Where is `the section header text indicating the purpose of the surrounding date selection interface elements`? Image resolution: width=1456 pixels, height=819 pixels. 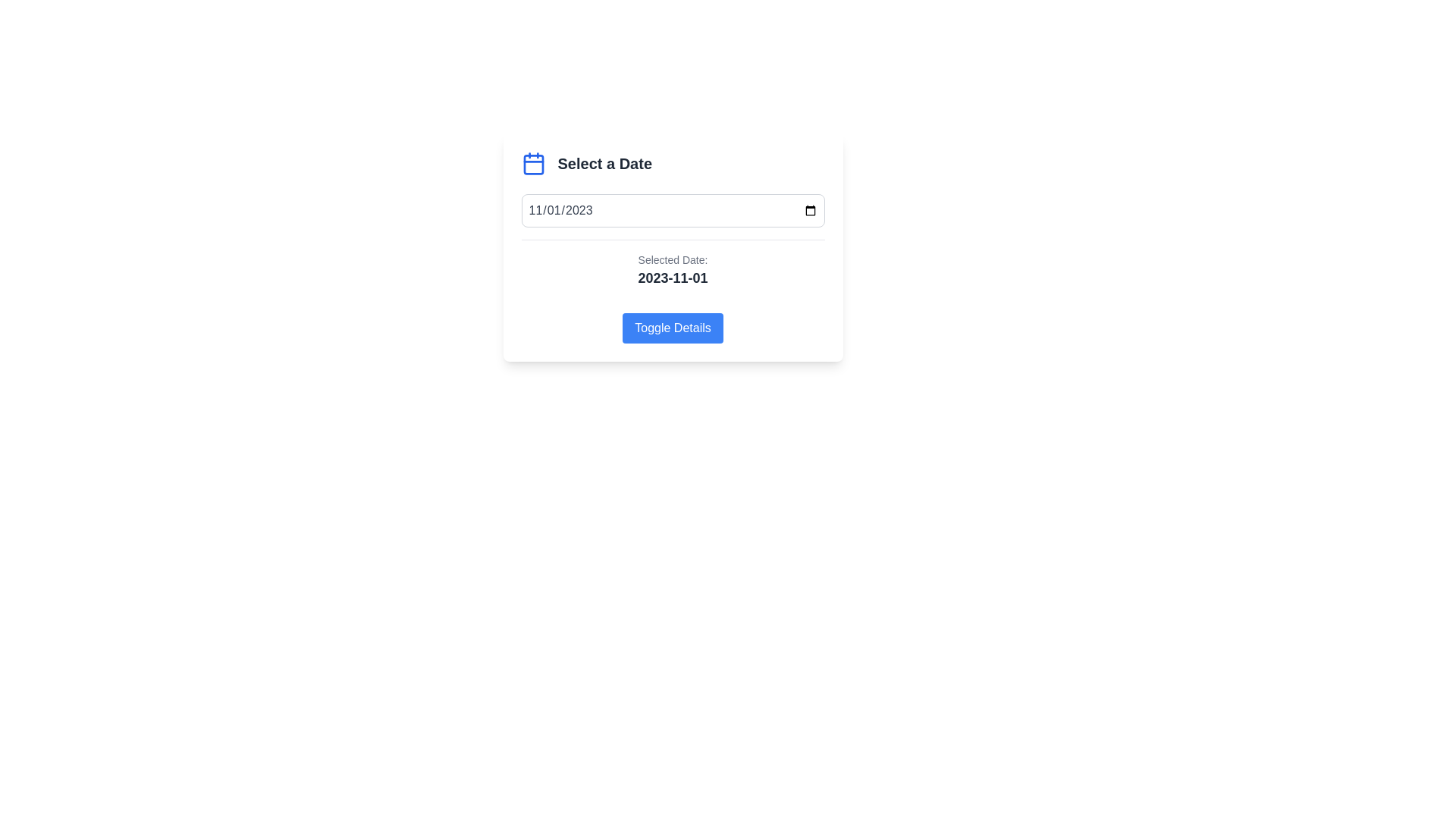 the section header text indicating the purpose of the surrounding date selection interface elements is located at coordinates (604, 164).